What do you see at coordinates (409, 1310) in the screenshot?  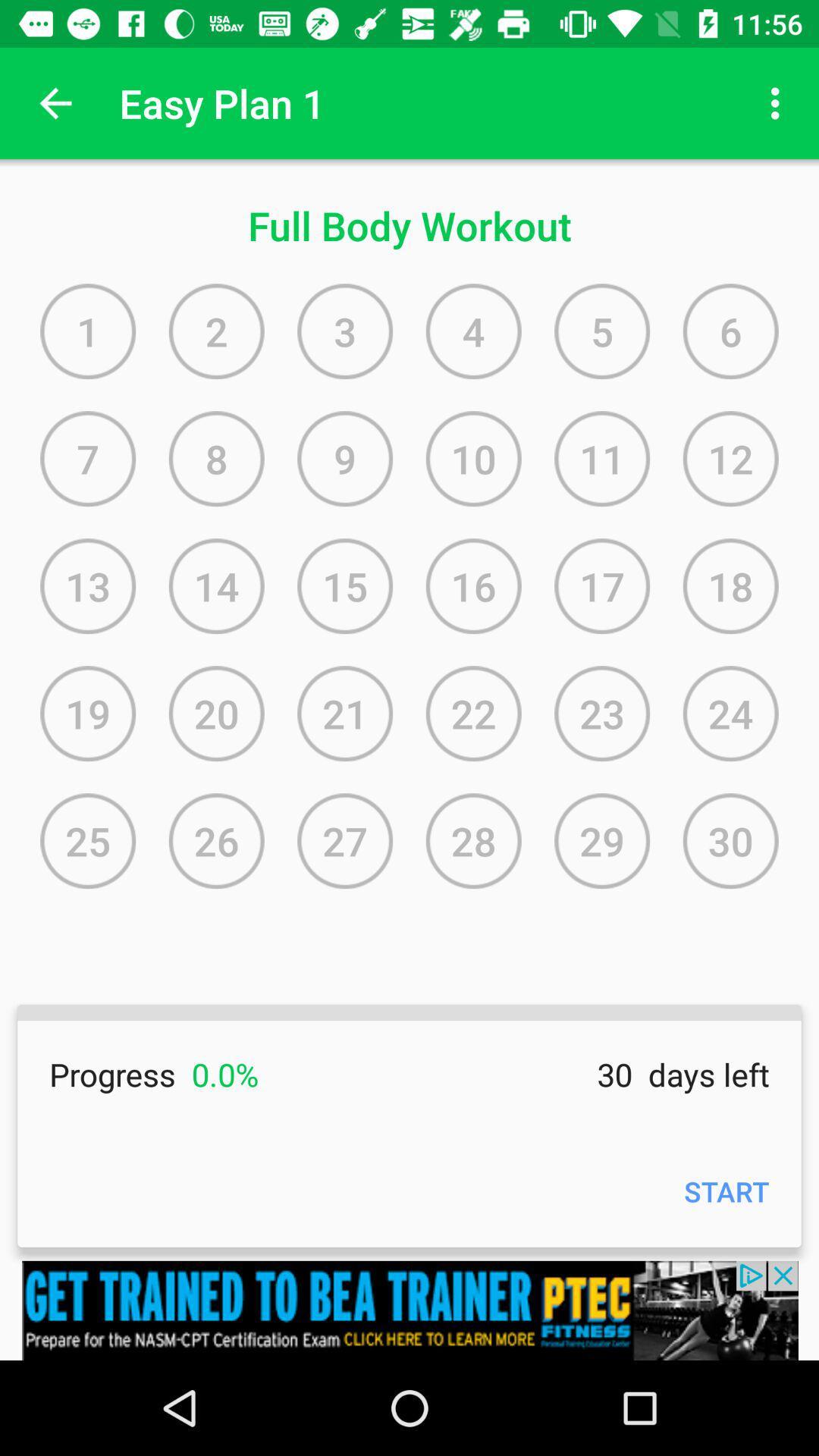 I see `open advertisement` at bounding box center [409, 1310].